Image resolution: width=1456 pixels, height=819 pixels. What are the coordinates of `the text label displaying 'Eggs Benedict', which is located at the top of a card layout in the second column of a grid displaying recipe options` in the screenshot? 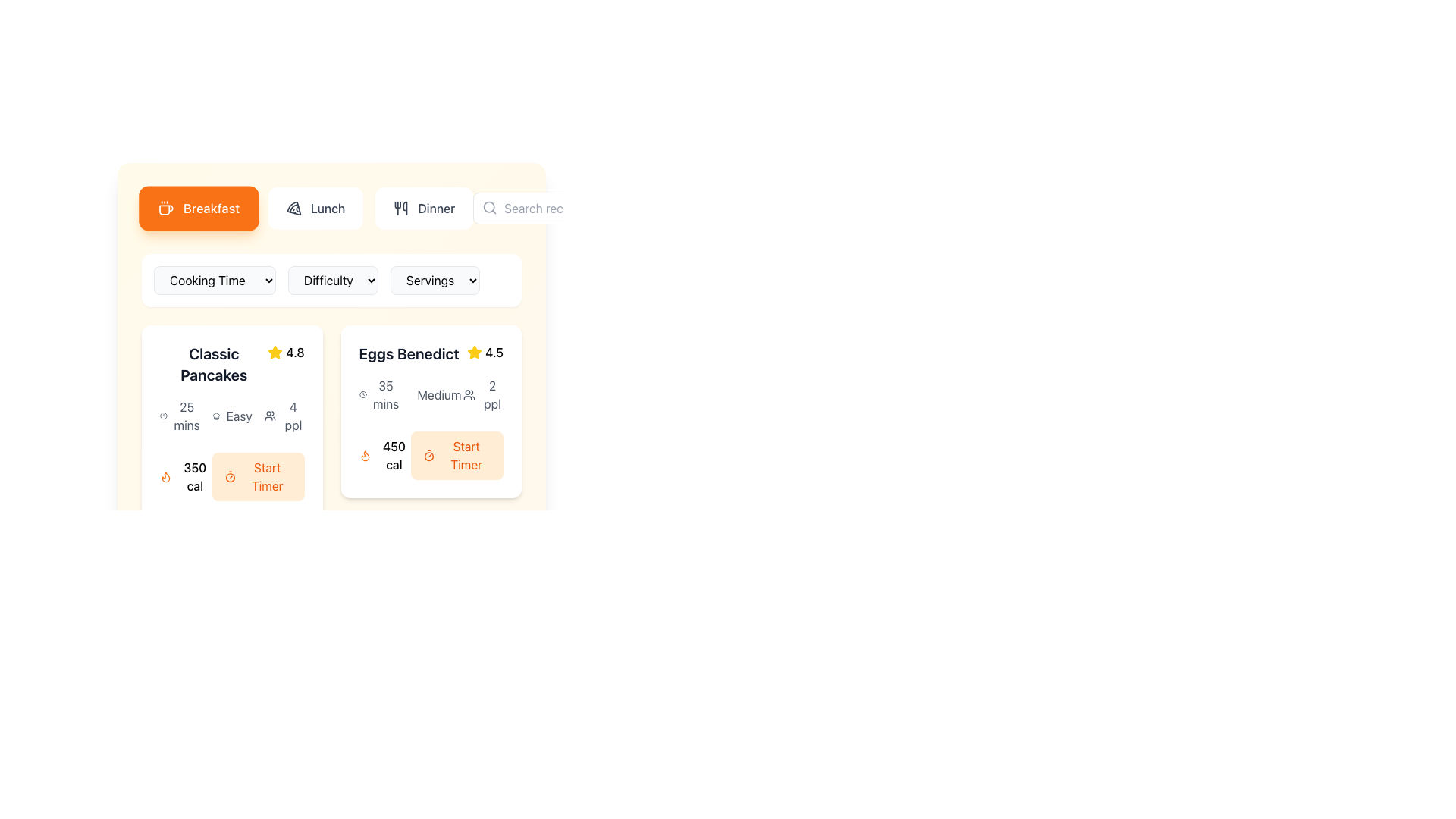 It's located at (409, 353).